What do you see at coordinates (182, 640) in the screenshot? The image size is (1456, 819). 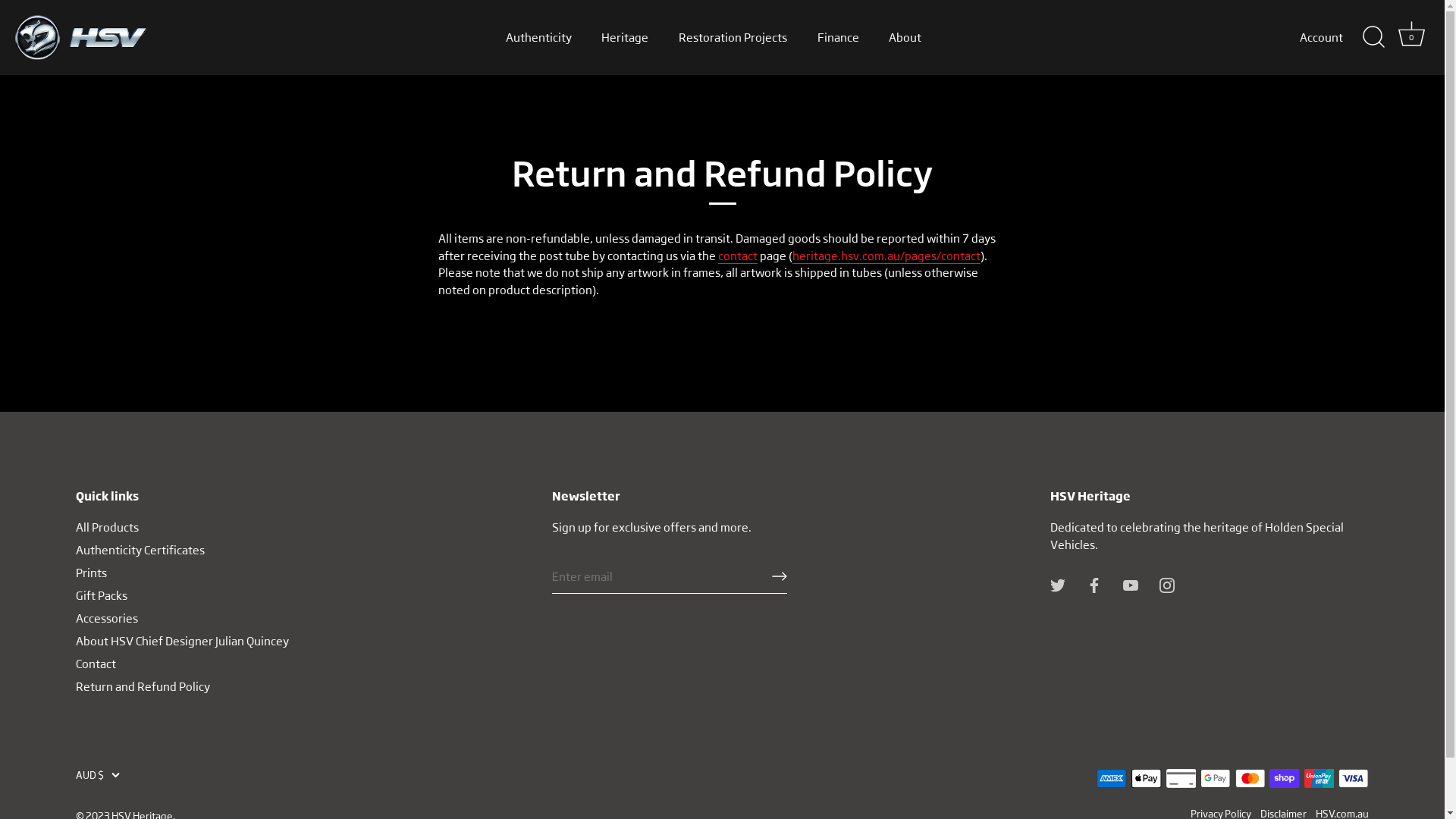 I see `'About HSV Chief Designer Julian Quincey'` at bounding box center [182, 640].